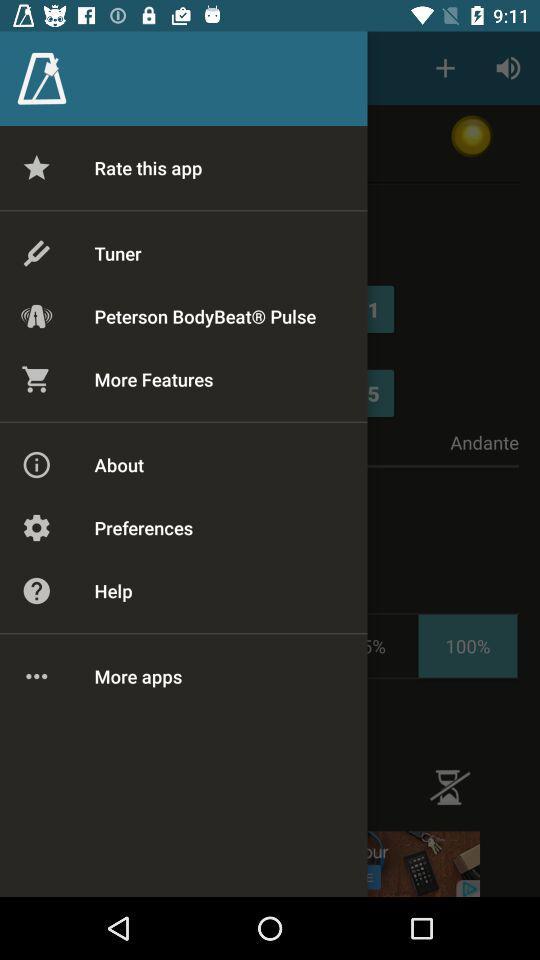 Image resolution: width=540 pixels, height=960 pixels. What do you see at coordinates (449, 787) in the screenshot?
I see `the info icon` at bounding box center [449, 787].